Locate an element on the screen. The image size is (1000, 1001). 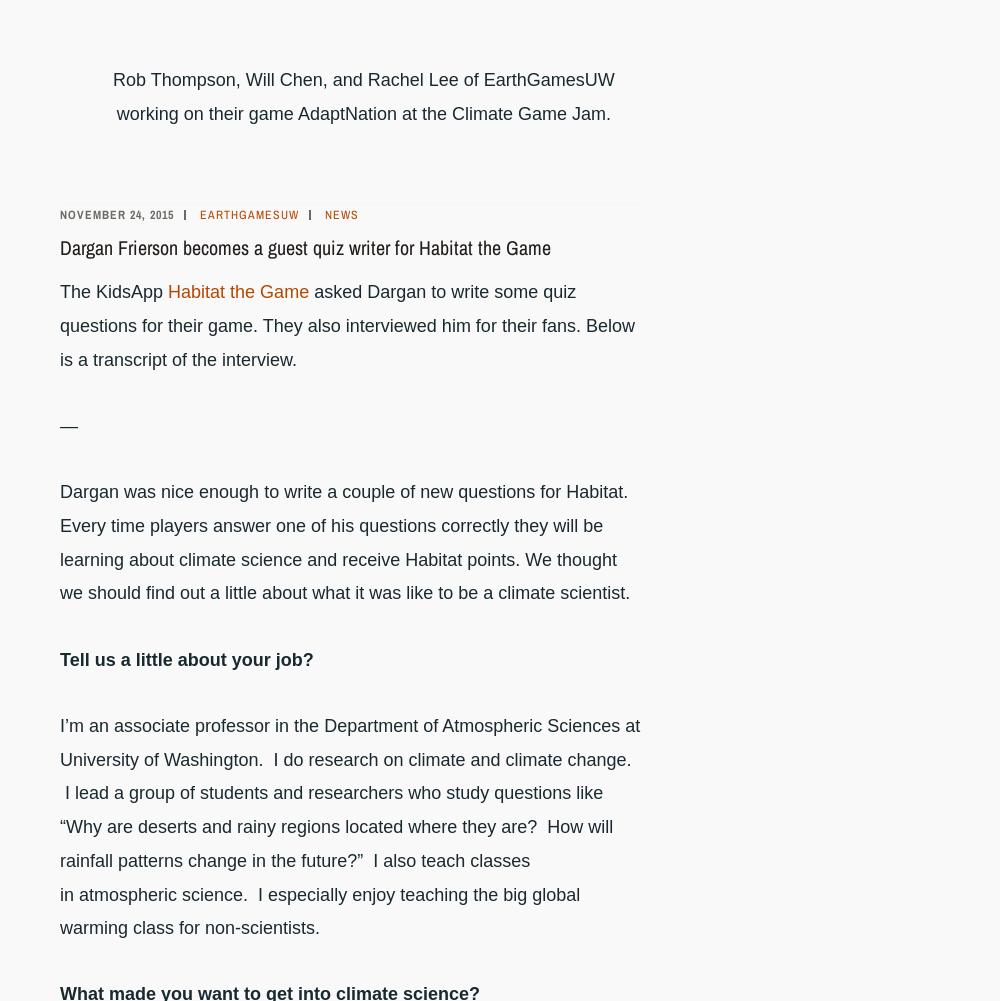
'The KidsApp' is located at coordinates (113, 291).